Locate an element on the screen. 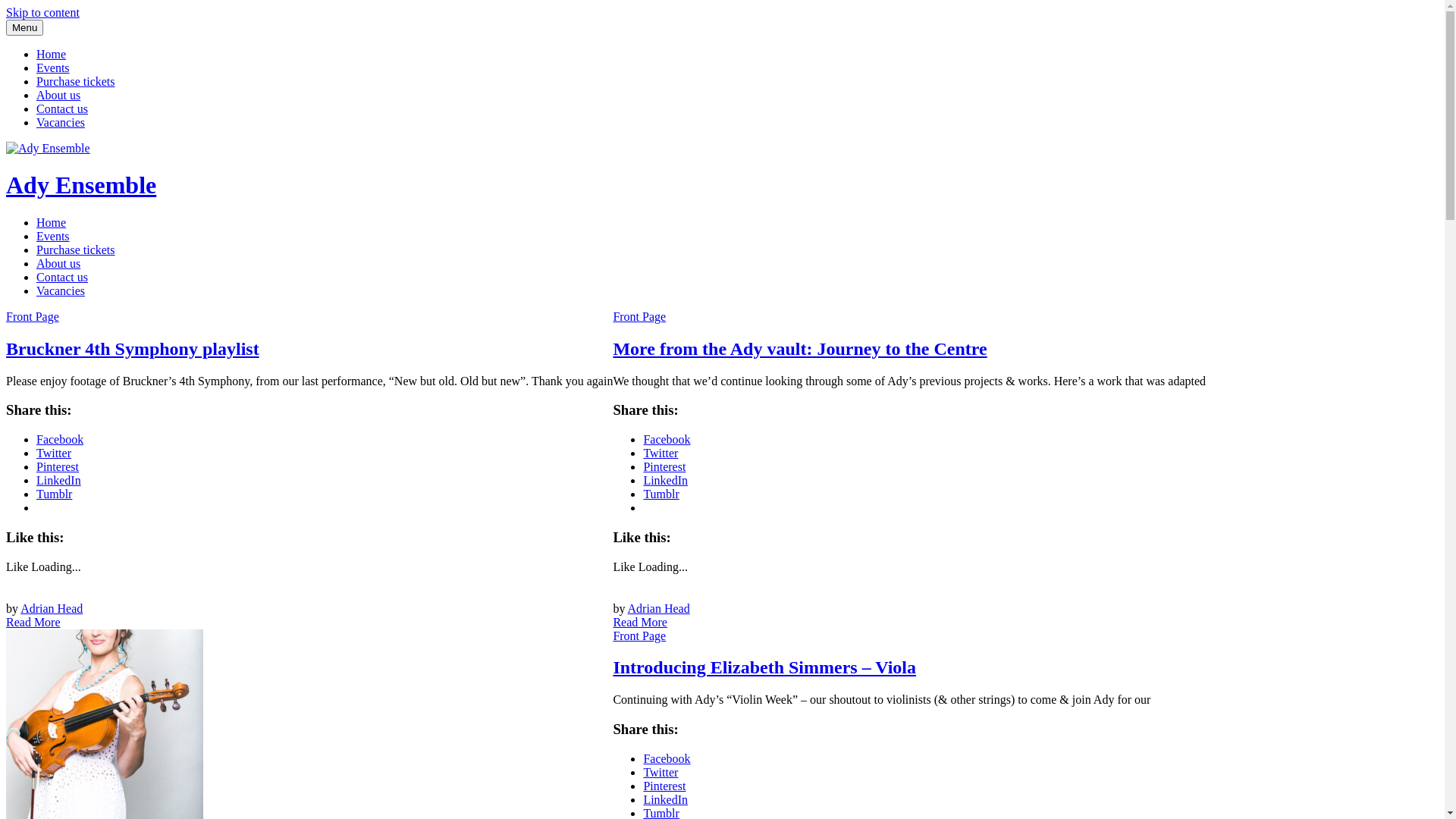 The image size is (1456, 819). 'Twitter' is located at coordinates (660, 452).